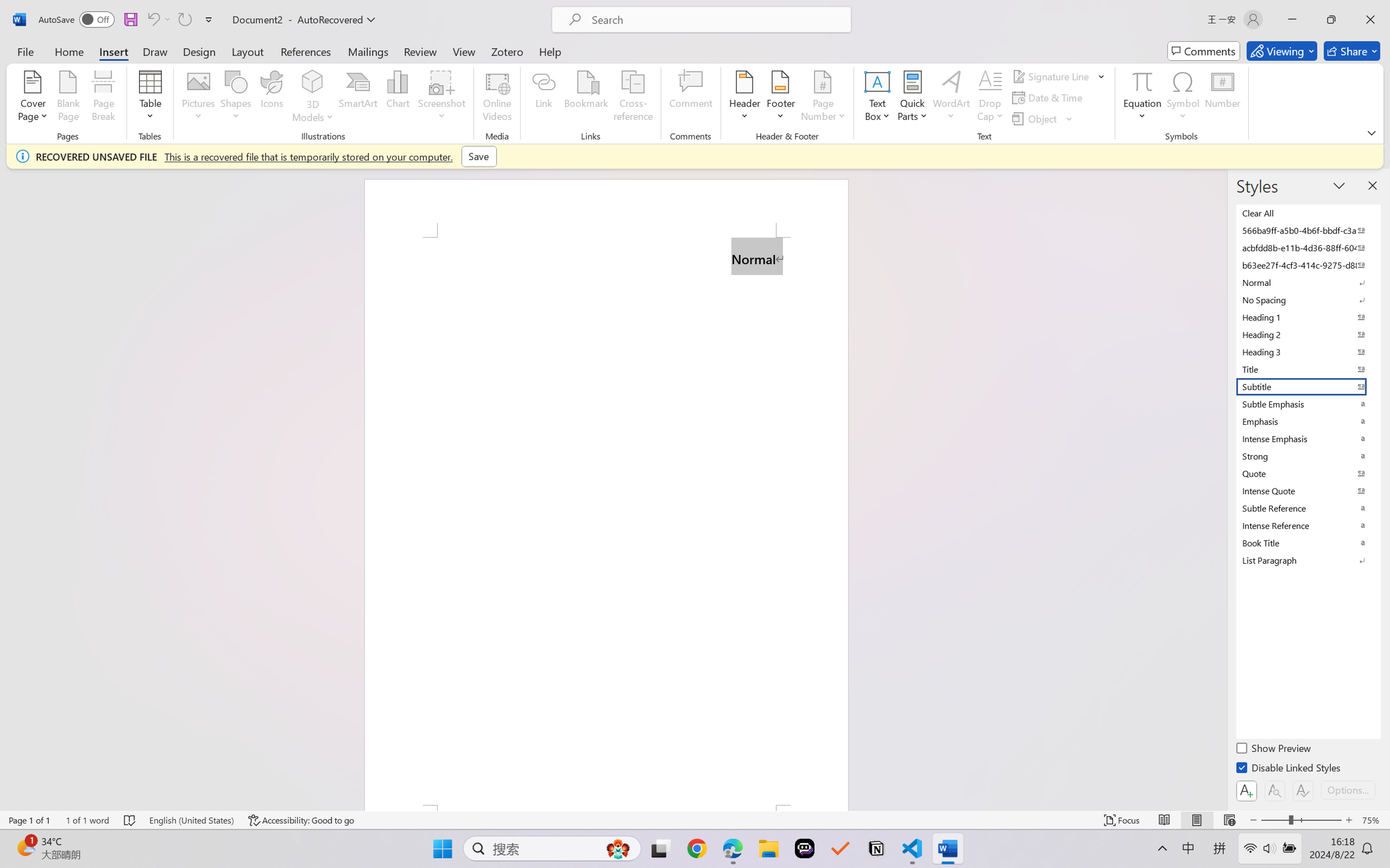  Describe the element at coordinates (823, 98) in the screenshot. I see `'Page Number'` at that location.